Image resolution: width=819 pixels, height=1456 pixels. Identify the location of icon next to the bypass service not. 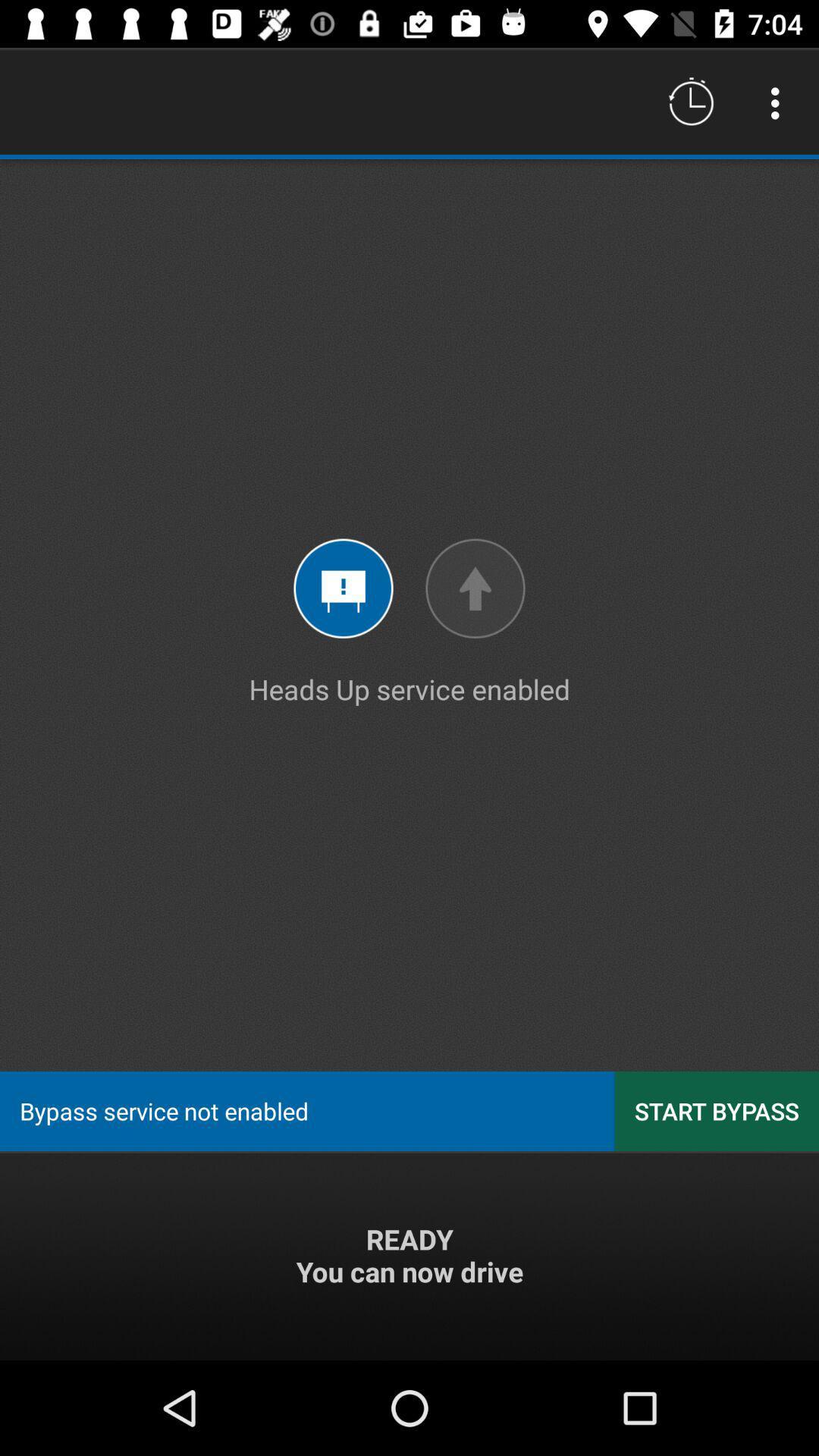
(717, 1111).